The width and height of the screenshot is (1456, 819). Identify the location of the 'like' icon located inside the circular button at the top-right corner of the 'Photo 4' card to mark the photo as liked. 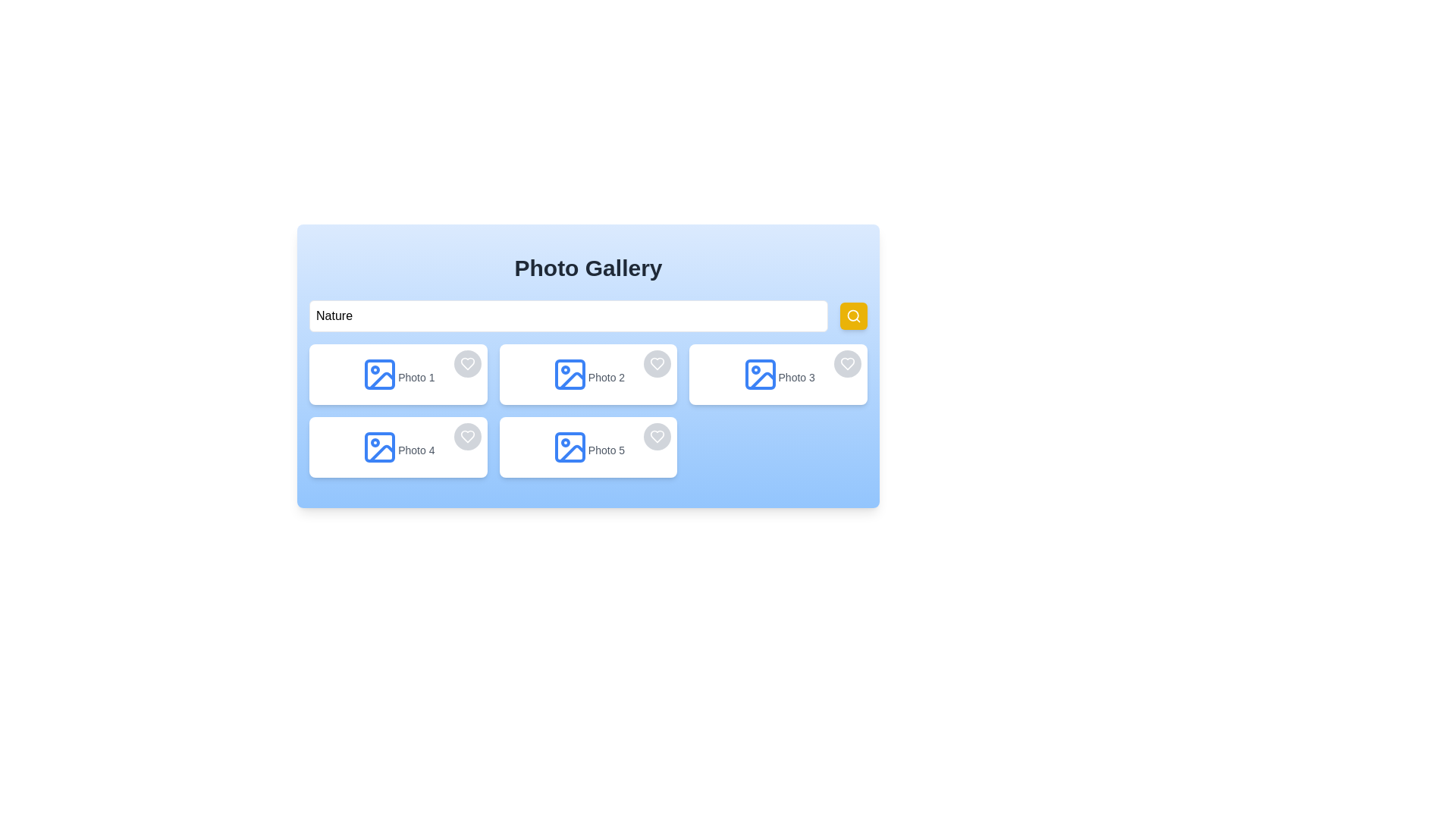
(466, 436).